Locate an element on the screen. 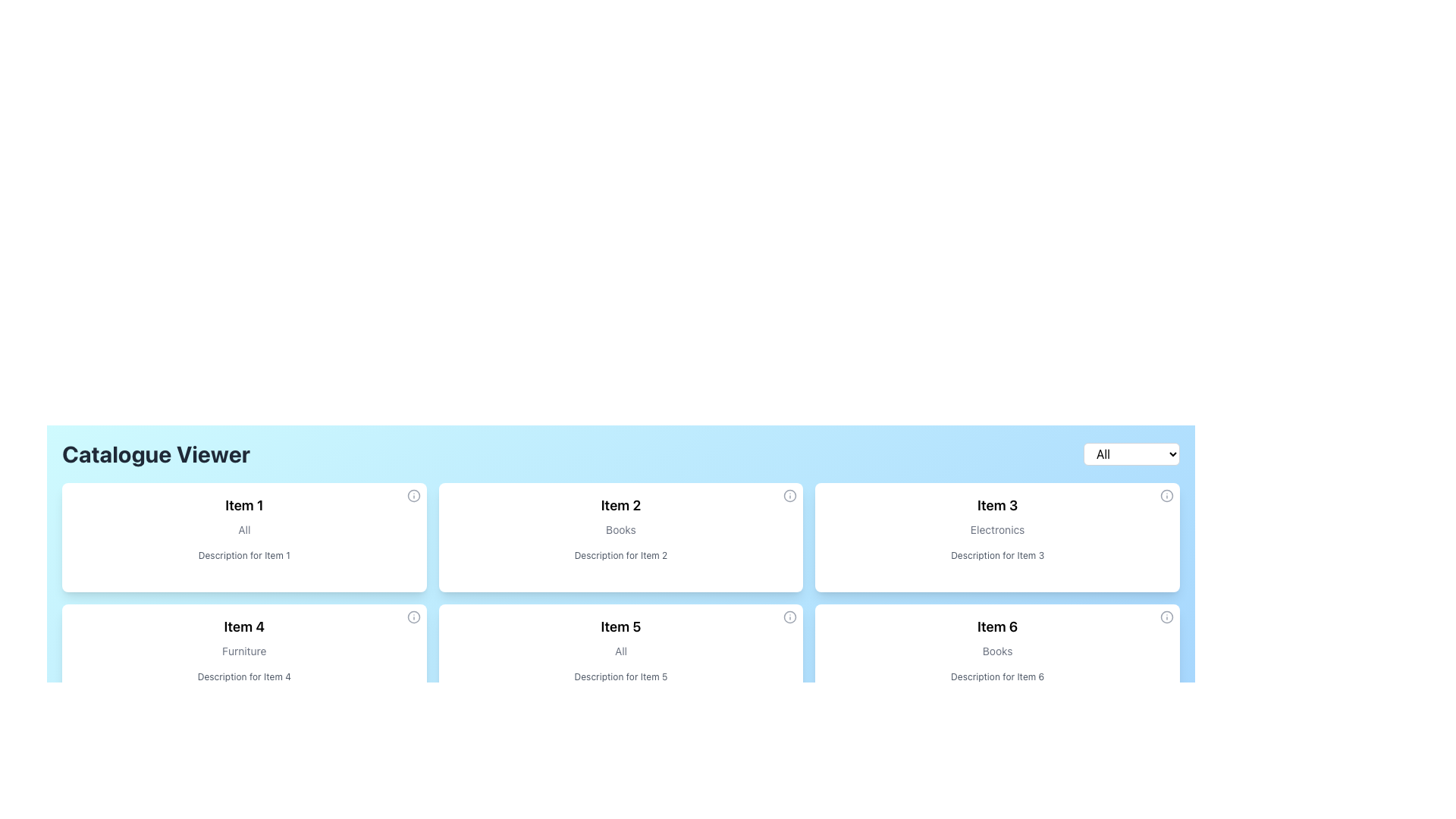  the previous page button located at the bottom of the interface's main section, which is part of the pagination control layout and positioned to the left of the page indicator and the 'Next' button is located at coordinates (546, 754).